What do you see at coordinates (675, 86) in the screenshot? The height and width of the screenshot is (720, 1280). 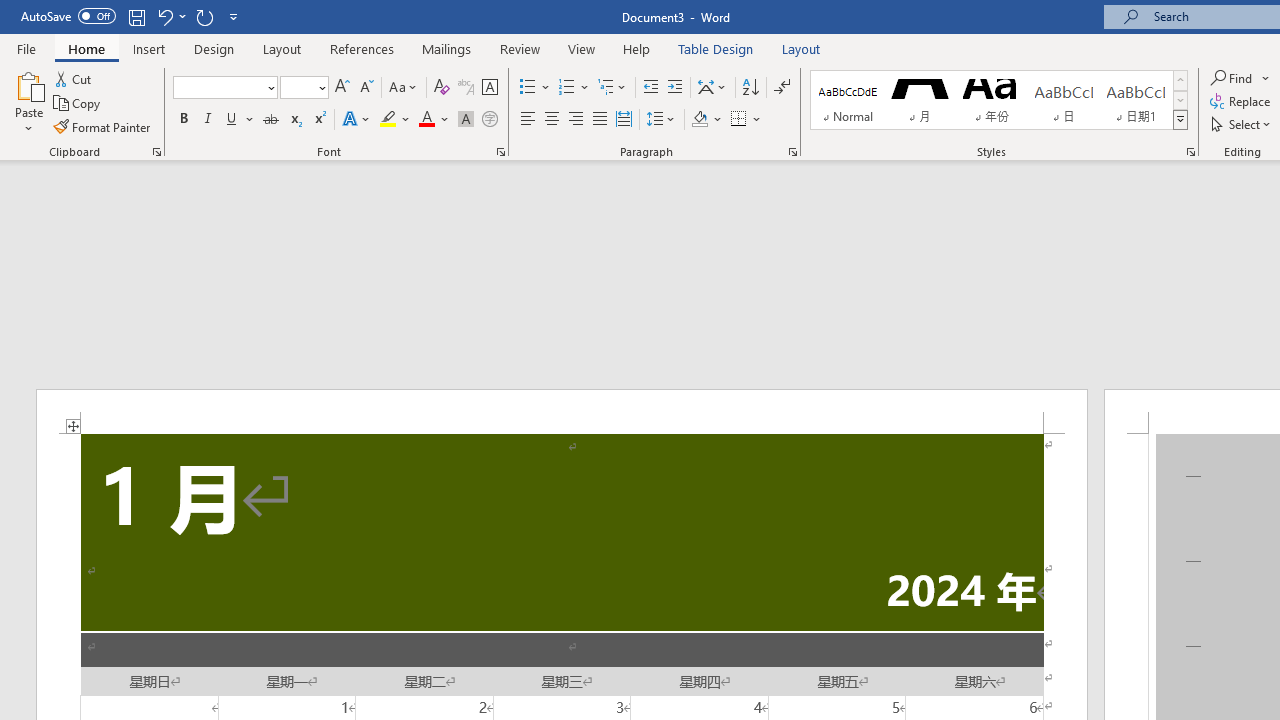 I see `'Increase Indent'` at bounding box center [675, 86].